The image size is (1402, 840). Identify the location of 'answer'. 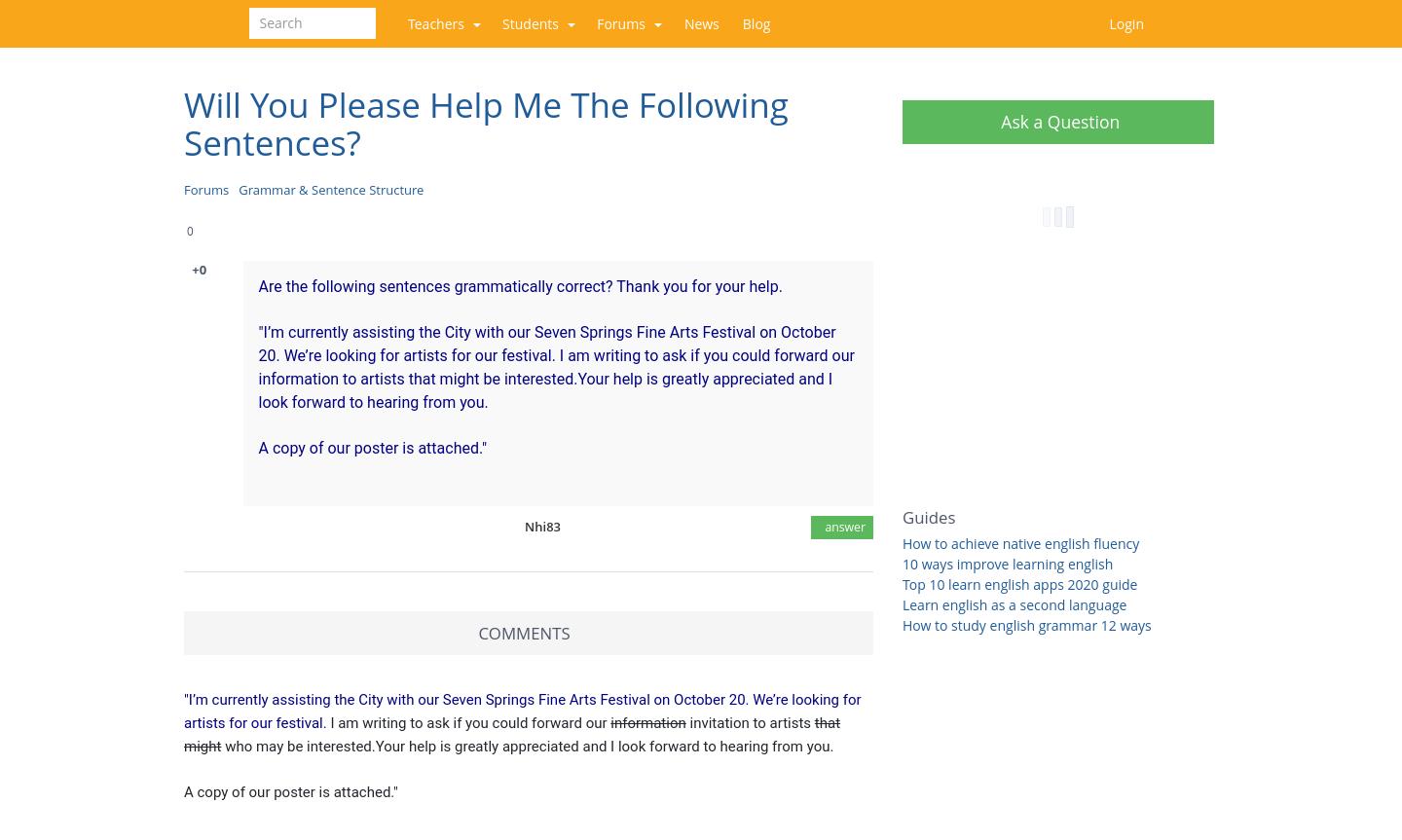
(840, 527).